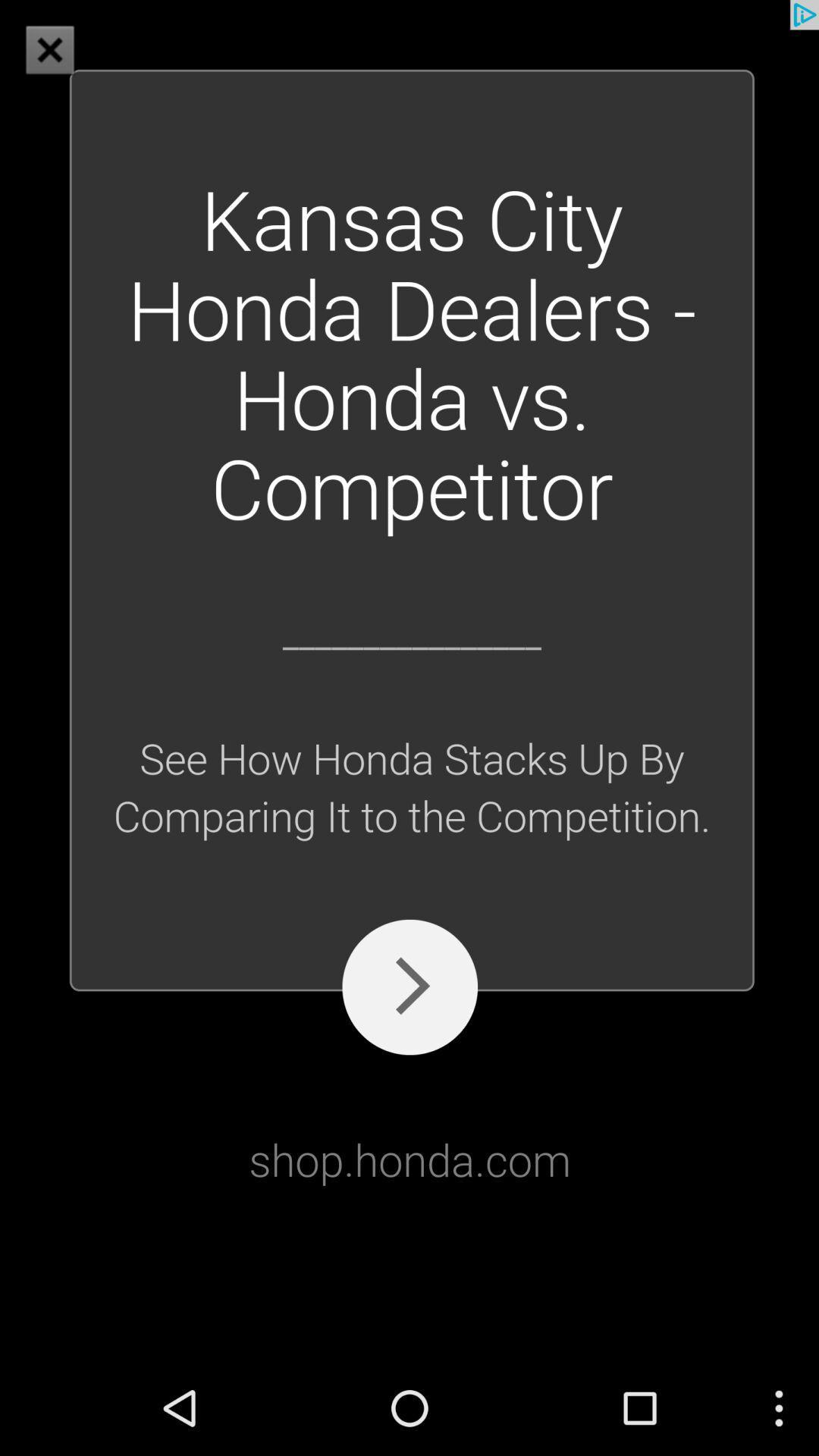 The width and height of the screenshot is (819, 1456). What do you see at coordinates (49, 53) in the screenshot?
I see `the close icon` at bounding box center [49, 53].